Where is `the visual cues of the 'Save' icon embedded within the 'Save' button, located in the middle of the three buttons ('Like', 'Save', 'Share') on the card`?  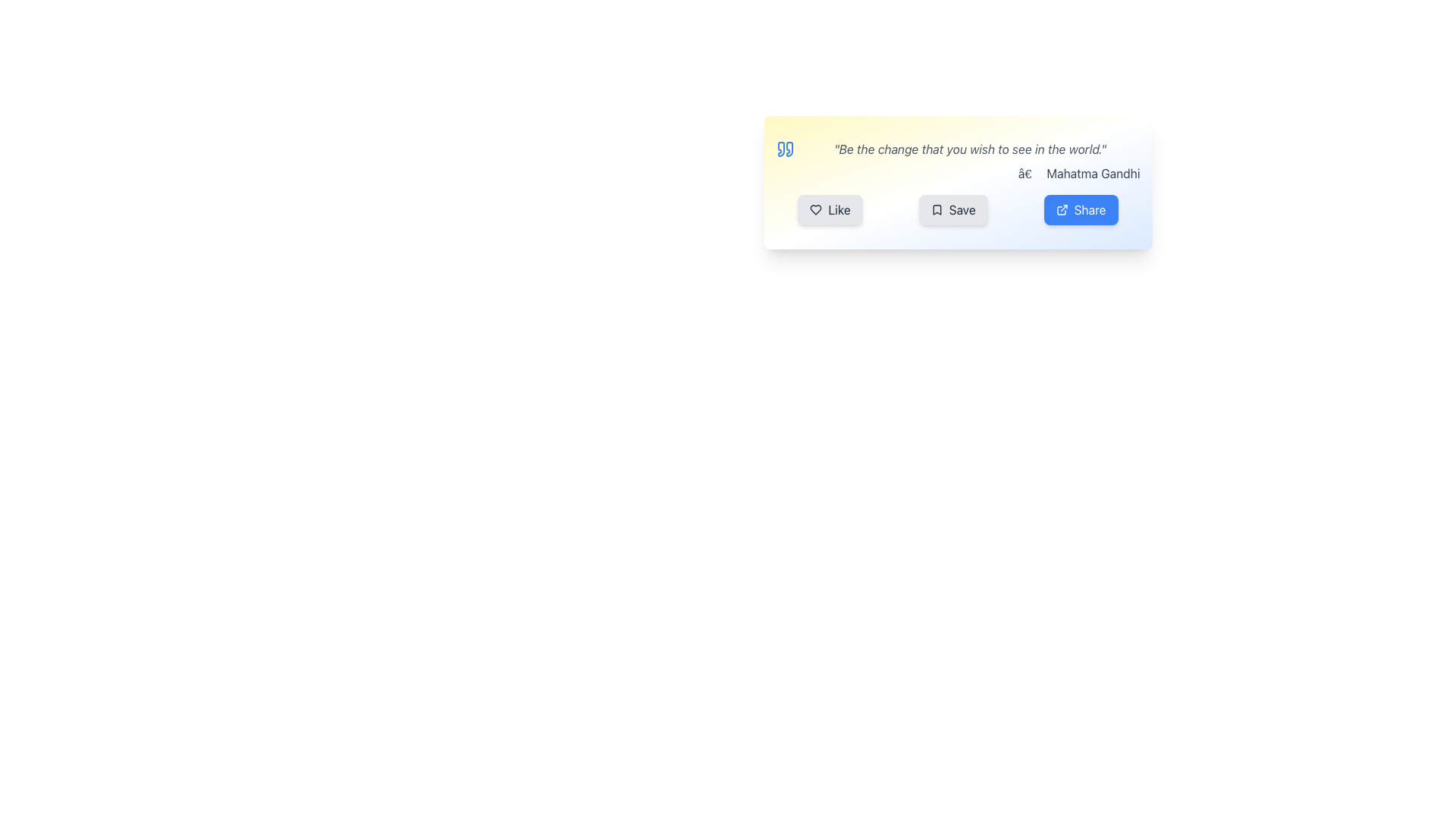
the visual cues of the 'Save' icon embedded within the 'Save' button, located in the middle of the three buttons ('Like', 'Save', 'Share') on the card is located at coordinates (936, 210).